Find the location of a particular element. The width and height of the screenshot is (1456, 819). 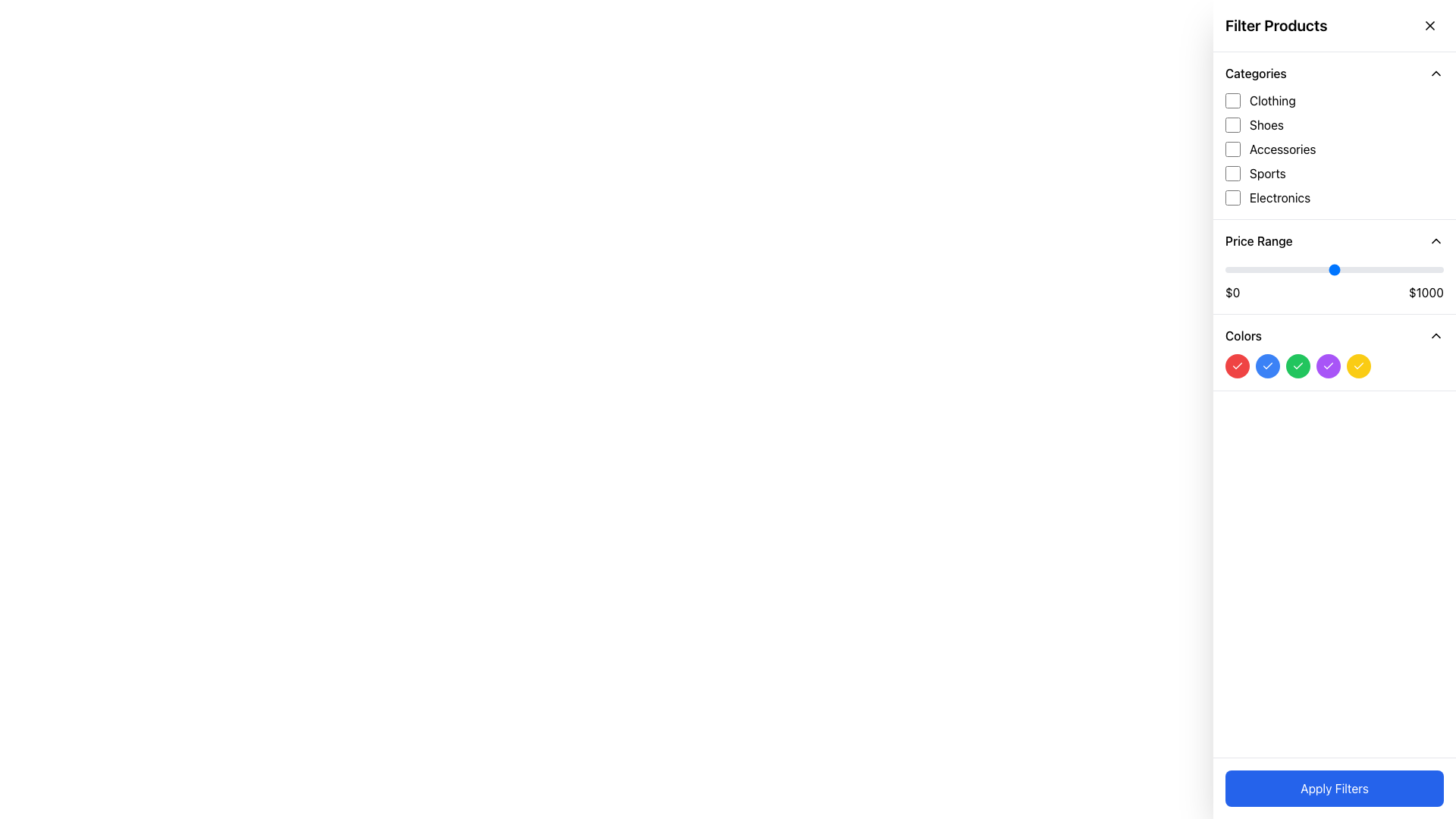

the small cross icon within the circular button at the top-right corner of the 'Filter Products' panel is located at coordinates (1429, 26).